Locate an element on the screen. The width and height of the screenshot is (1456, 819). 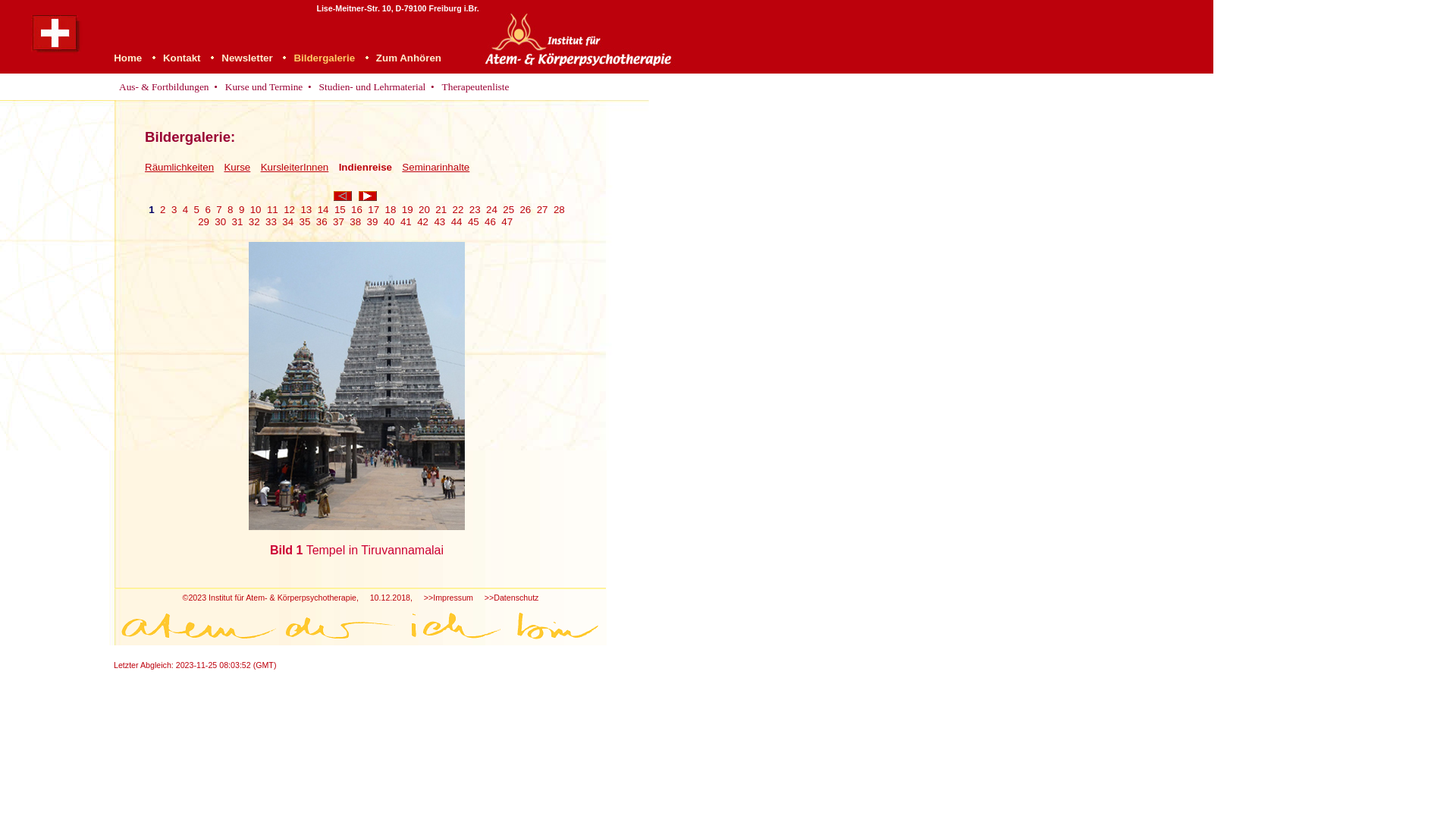
'47' is located at coordinates (507, 221).